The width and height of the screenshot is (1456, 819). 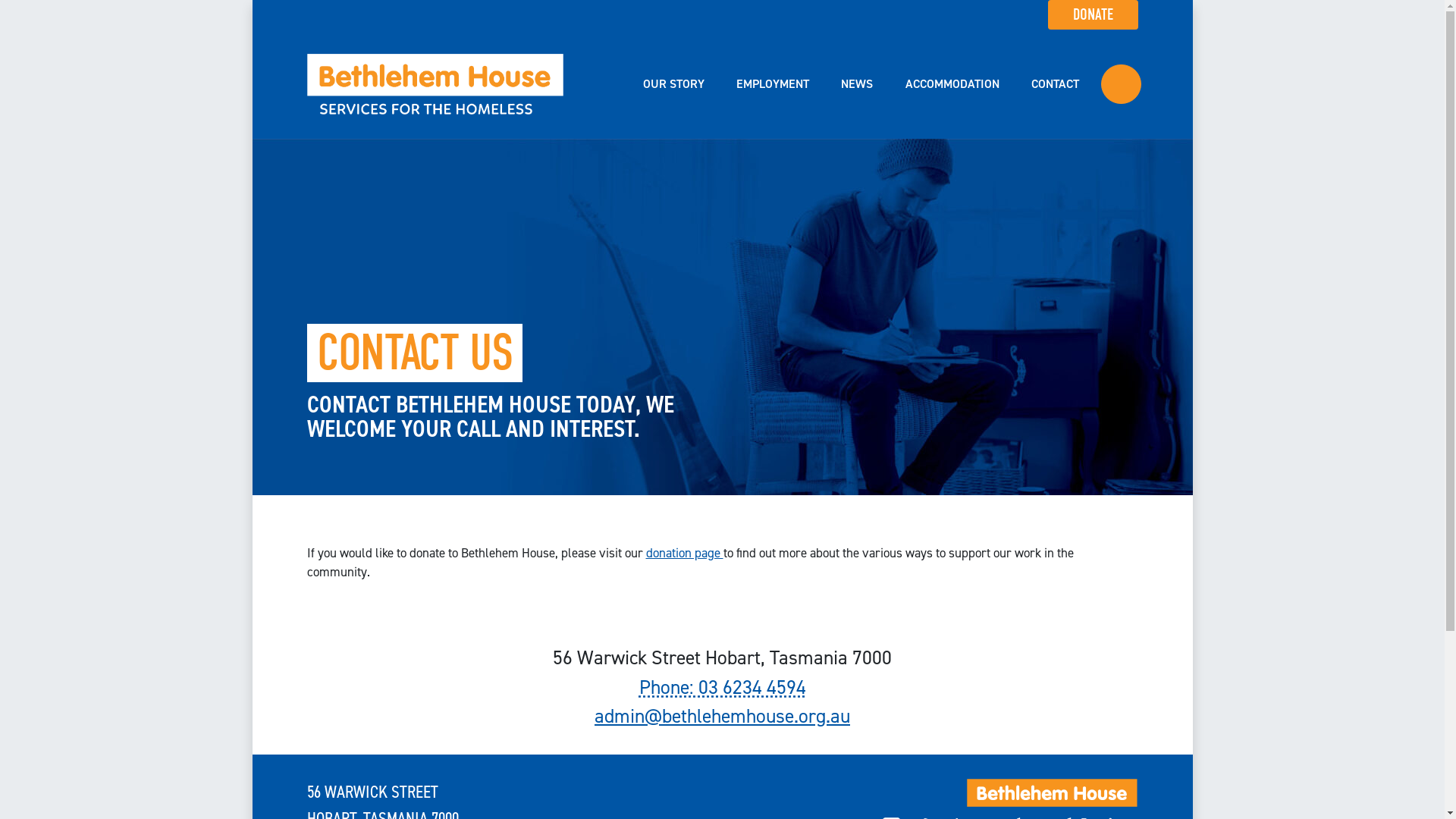 I want to click on 'donation page', so click(x=645, y=553).